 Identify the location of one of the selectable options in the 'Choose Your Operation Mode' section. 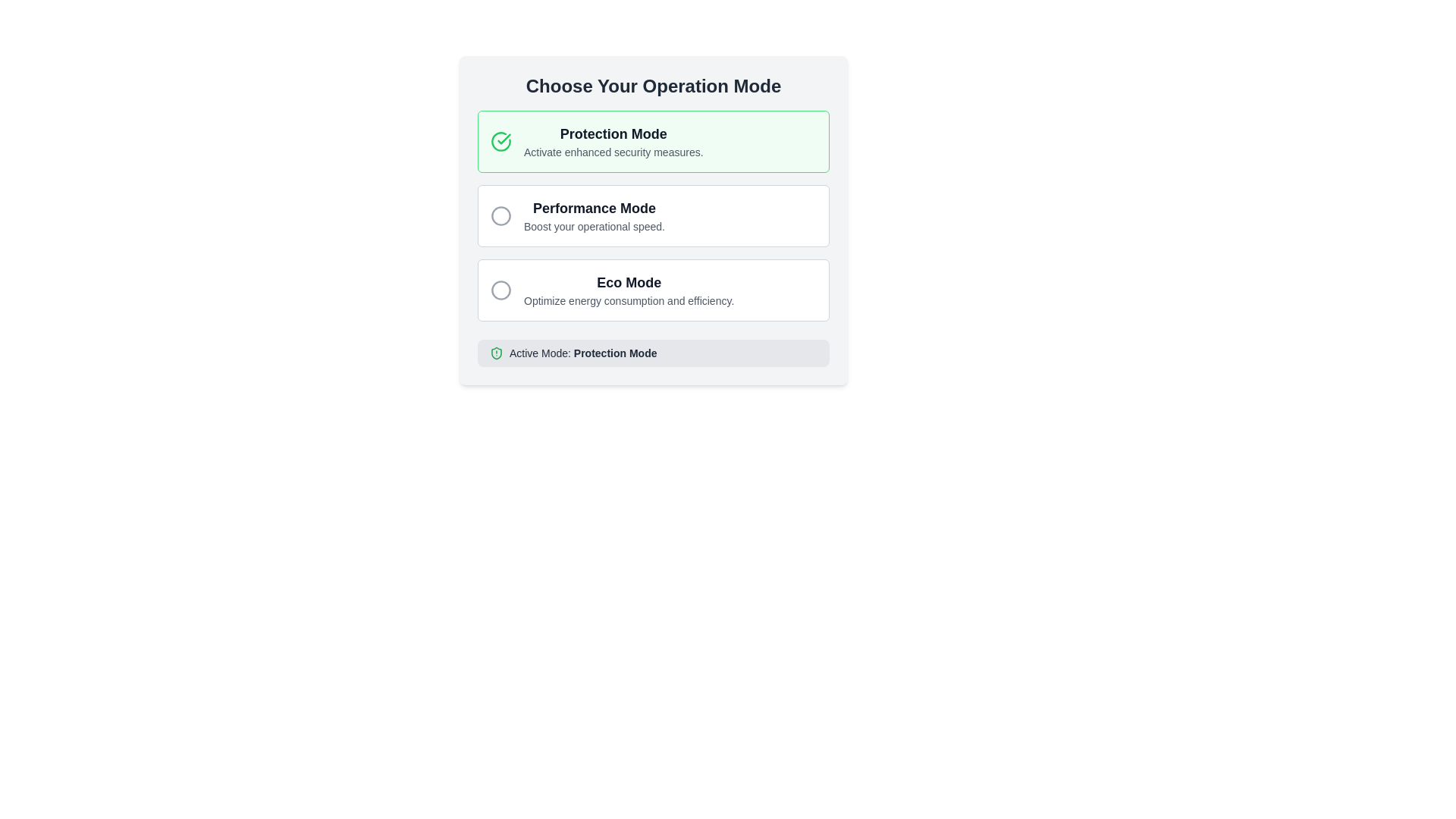
(654, 220).